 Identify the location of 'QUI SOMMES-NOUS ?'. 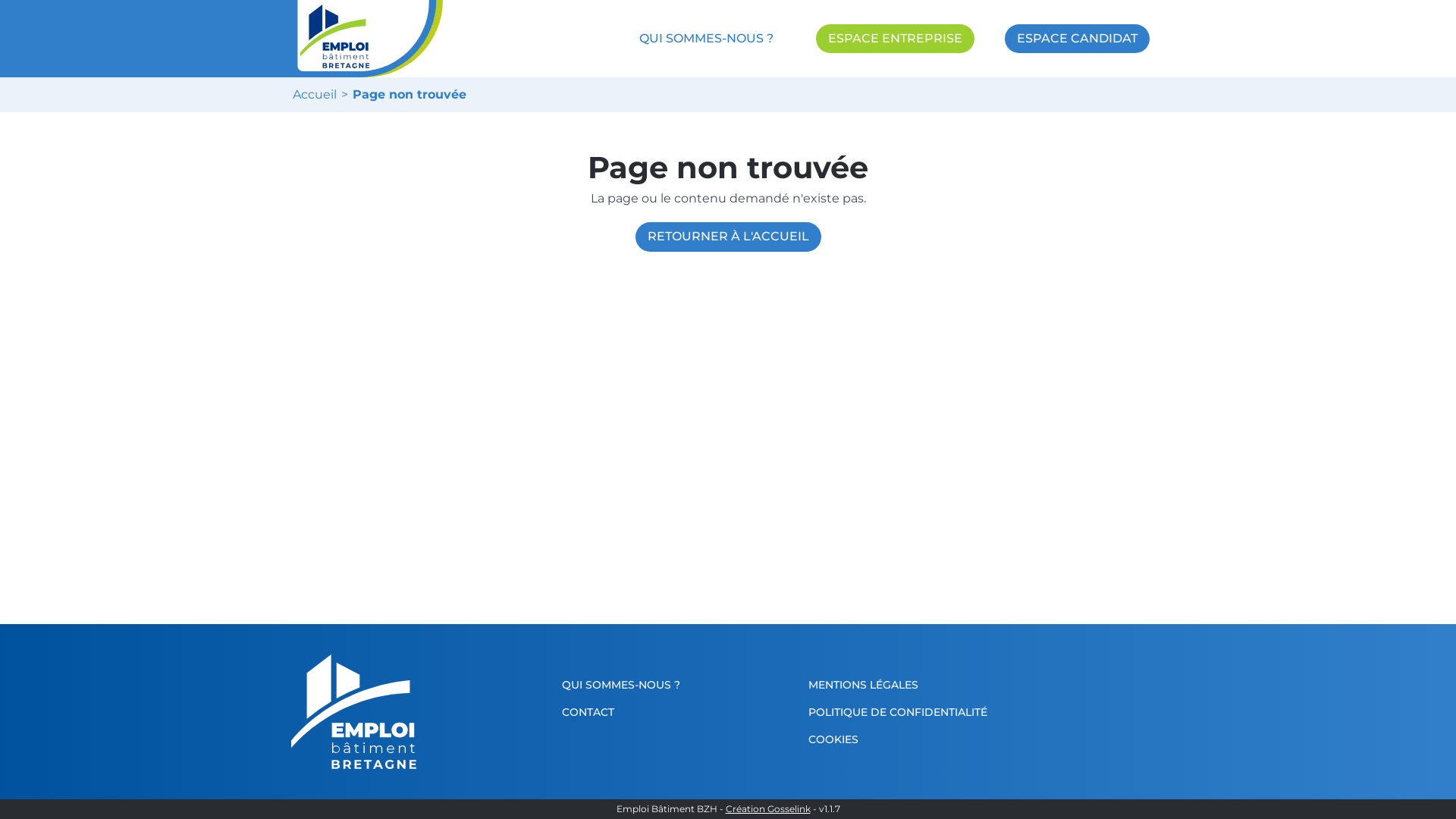
(705, 37).